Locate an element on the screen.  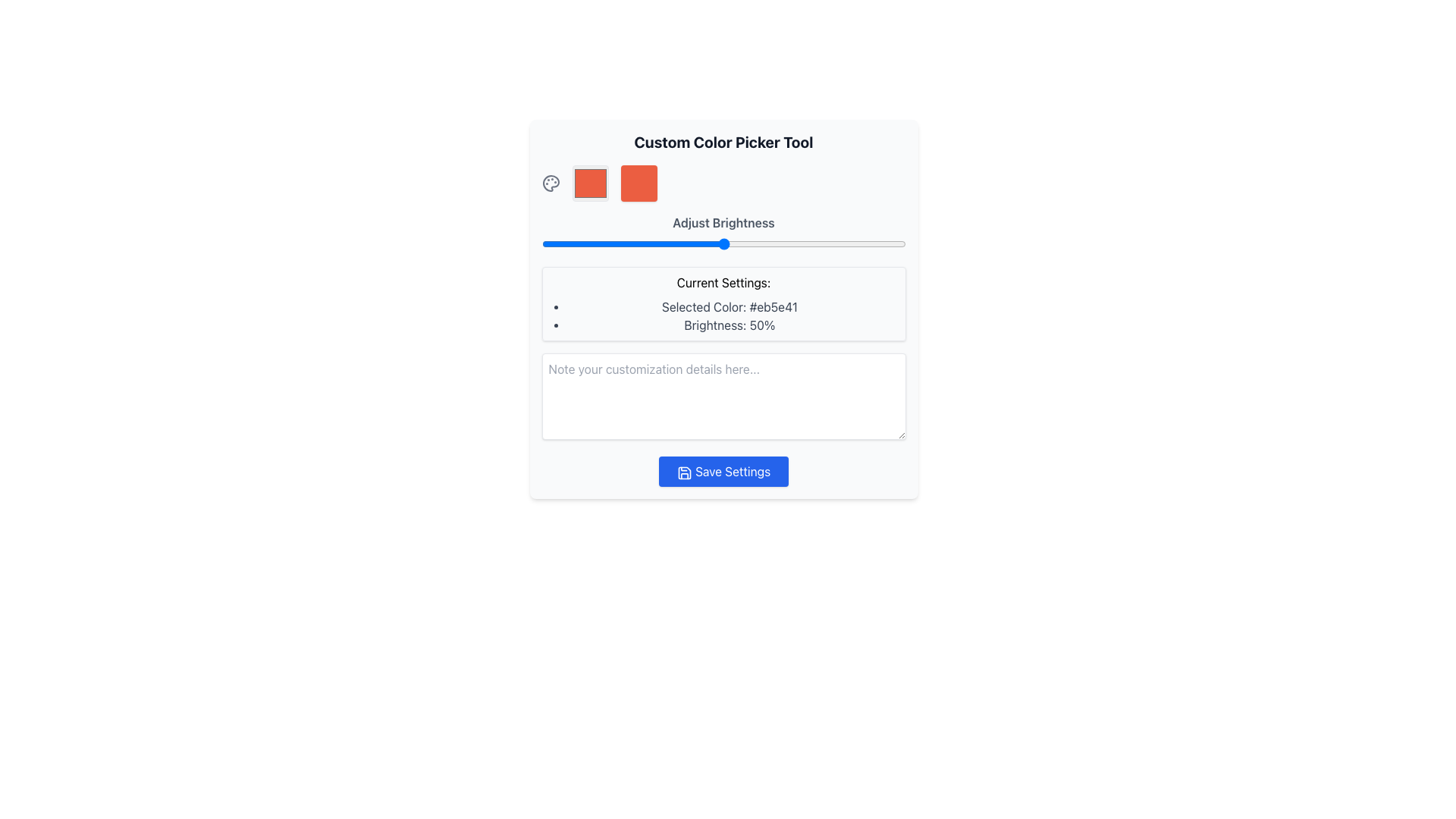
the brightness is located at coordinates (828, 243).